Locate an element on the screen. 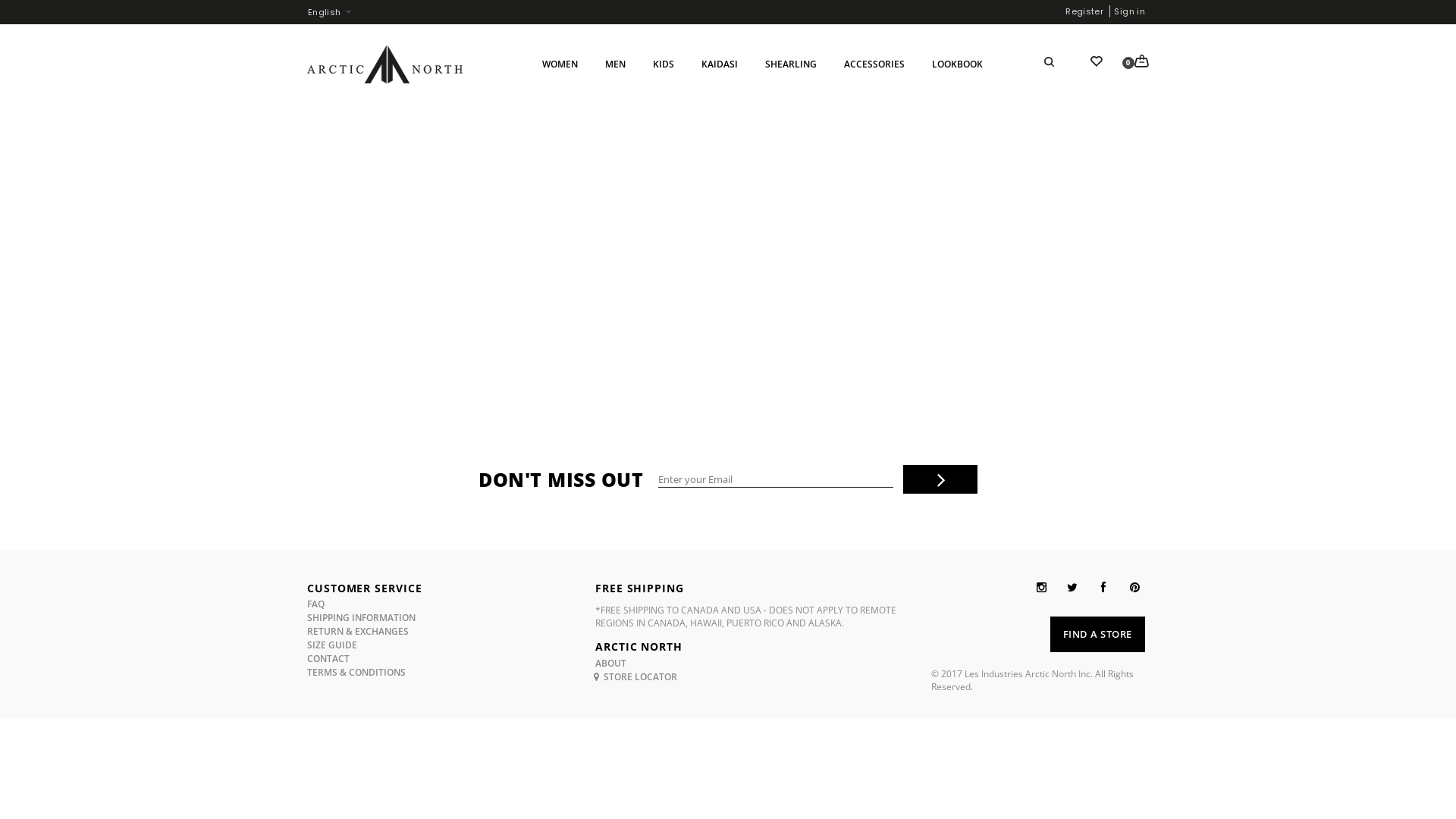 The height and width of the screenshot is (819, 1456). 'FIND A STORE' is located at coordinates (1097, 634).